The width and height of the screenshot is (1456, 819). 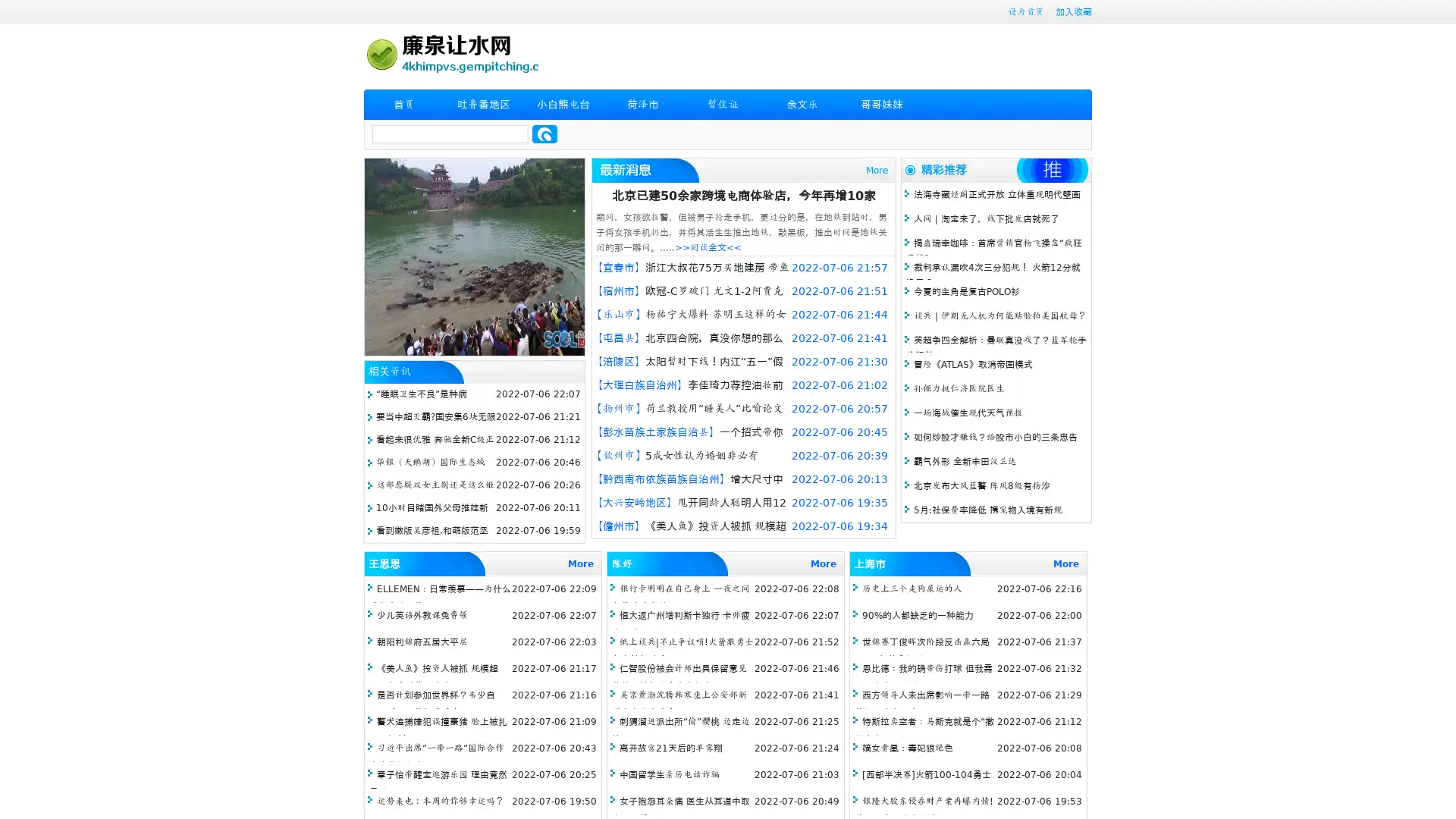 I want to click on Search, so click(x=544, y=133).